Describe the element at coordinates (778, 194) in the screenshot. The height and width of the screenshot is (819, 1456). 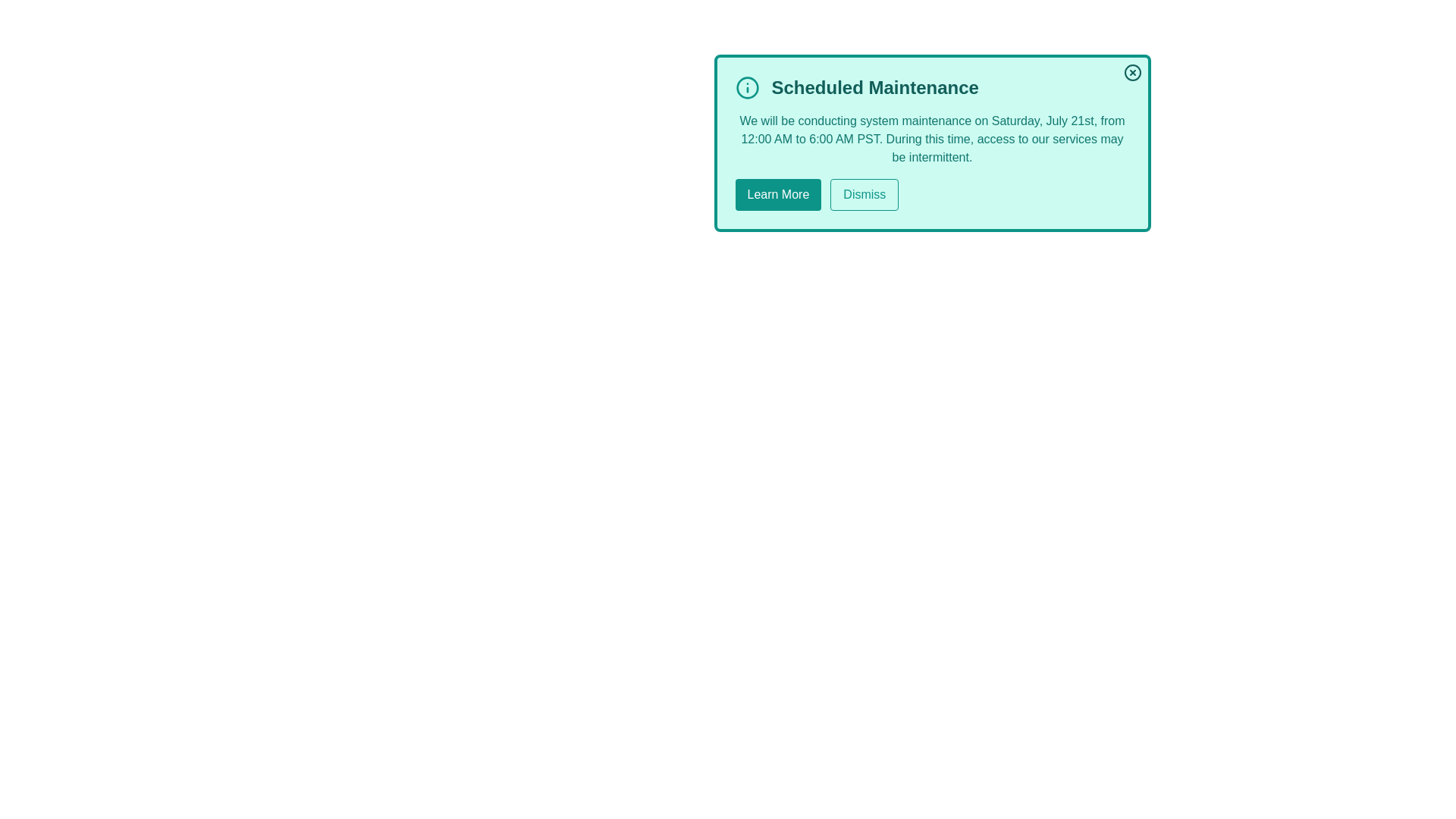
I see `the 'Learn More' button to navigate to detailed information` at that location.